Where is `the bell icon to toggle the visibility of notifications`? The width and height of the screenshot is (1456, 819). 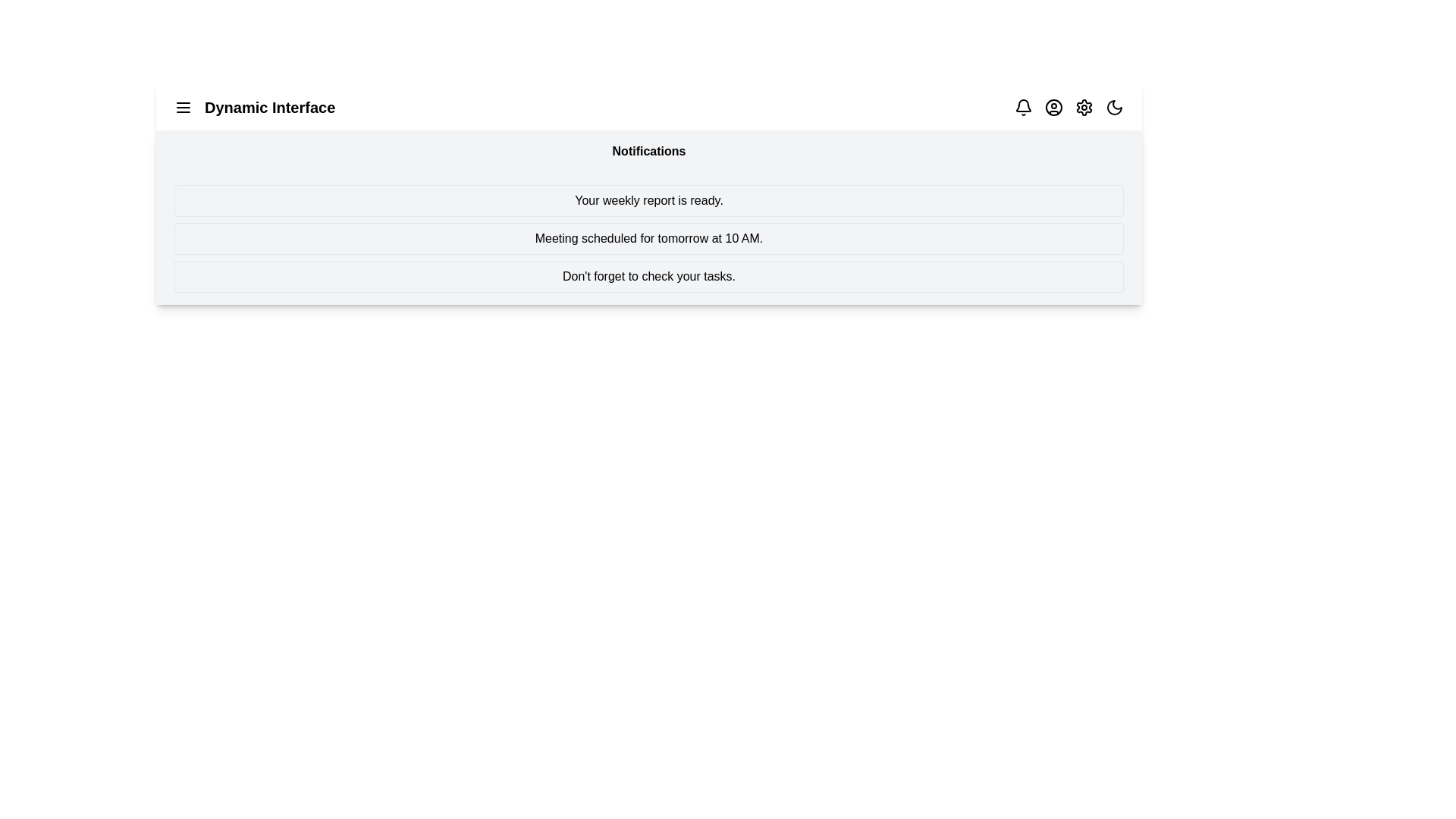 the bell icon to toggle the visibility of notifications is located at coordinates (1023, 107).